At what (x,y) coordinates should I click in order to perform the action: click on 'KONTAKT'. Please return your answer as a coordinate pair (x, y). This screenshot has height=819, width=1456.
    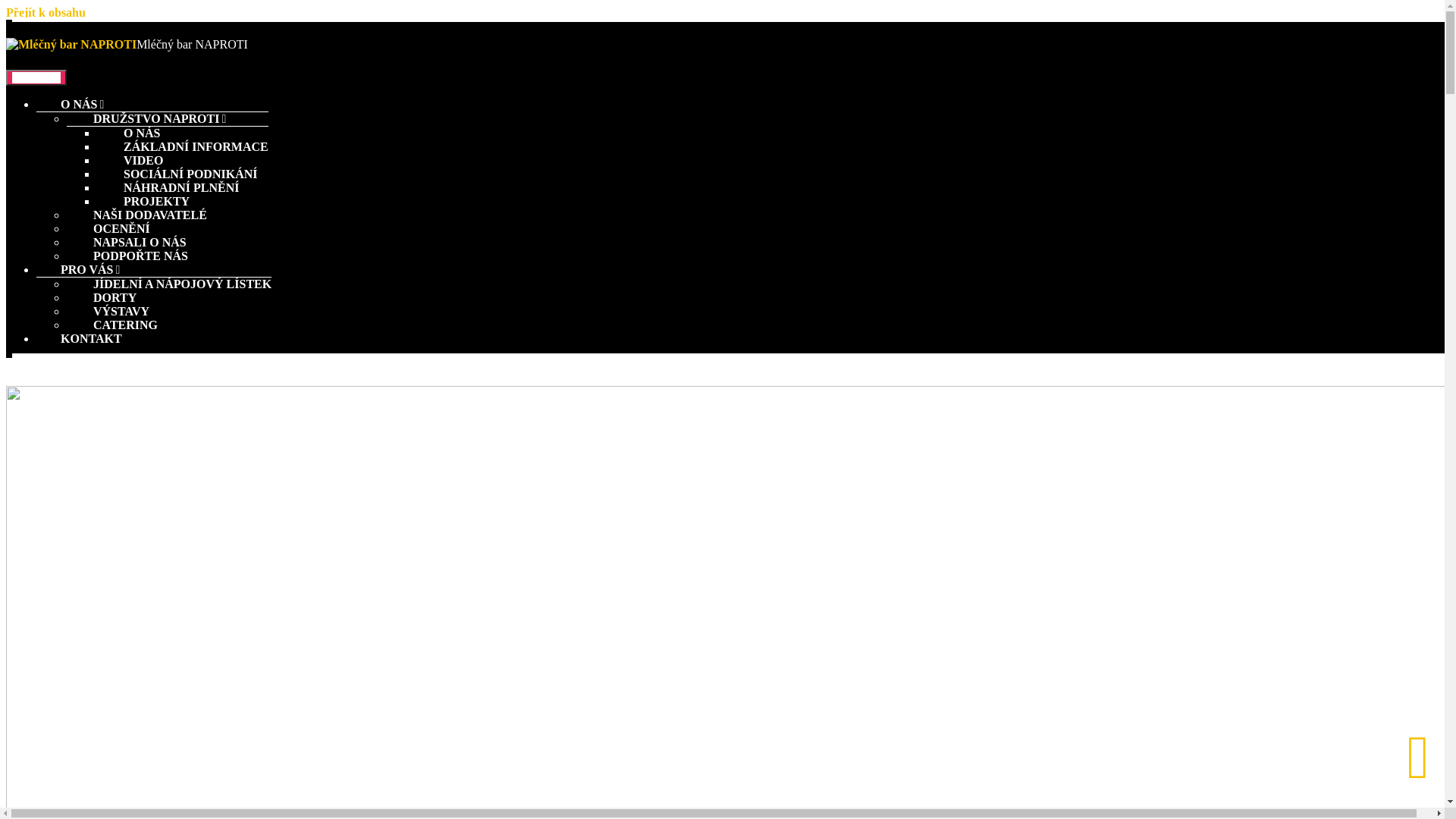
    Looking at the image, I should click on (90, 337).